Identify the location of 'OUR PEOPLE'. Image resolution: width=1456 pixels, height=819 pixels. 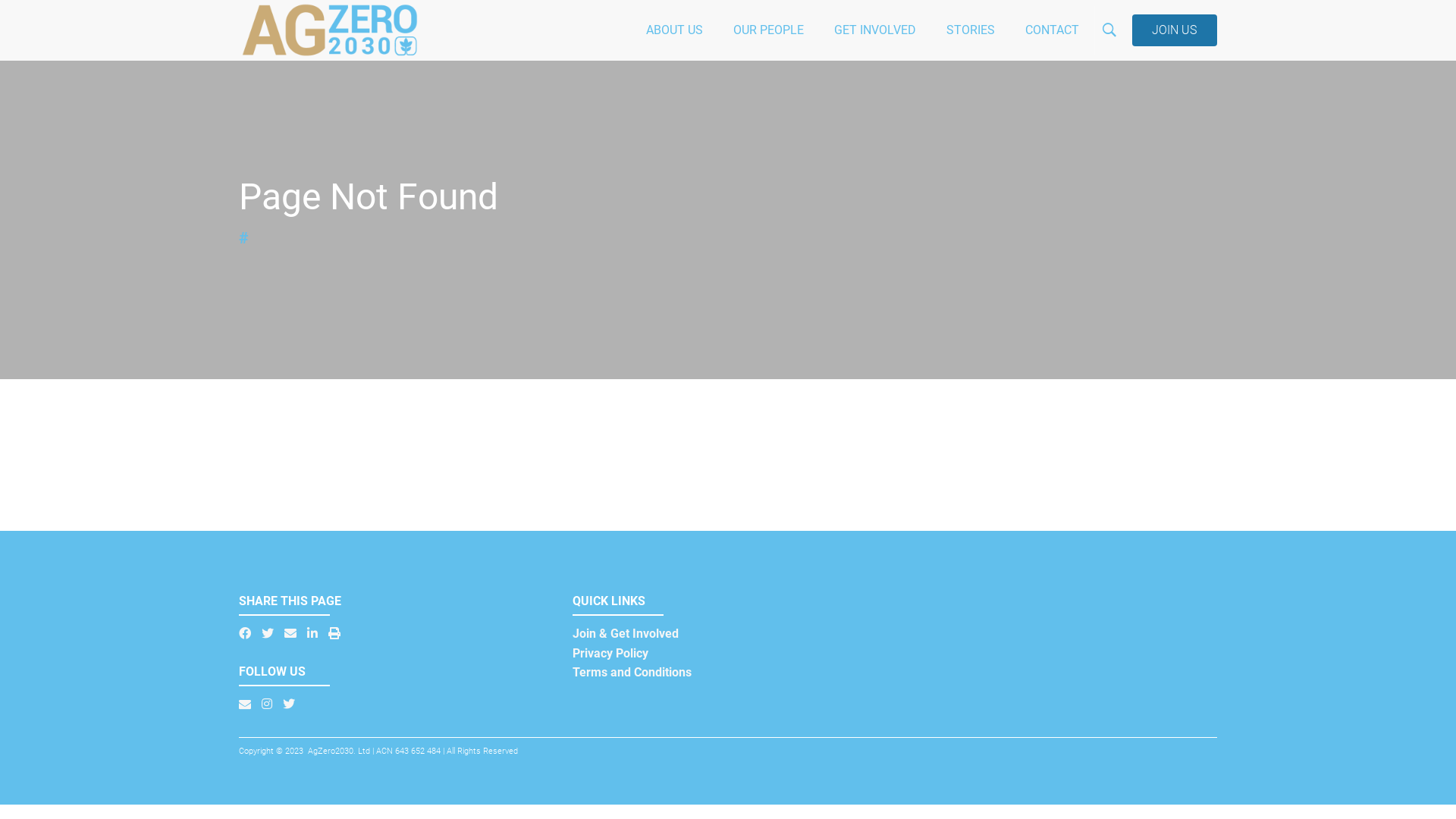
(768, 30).